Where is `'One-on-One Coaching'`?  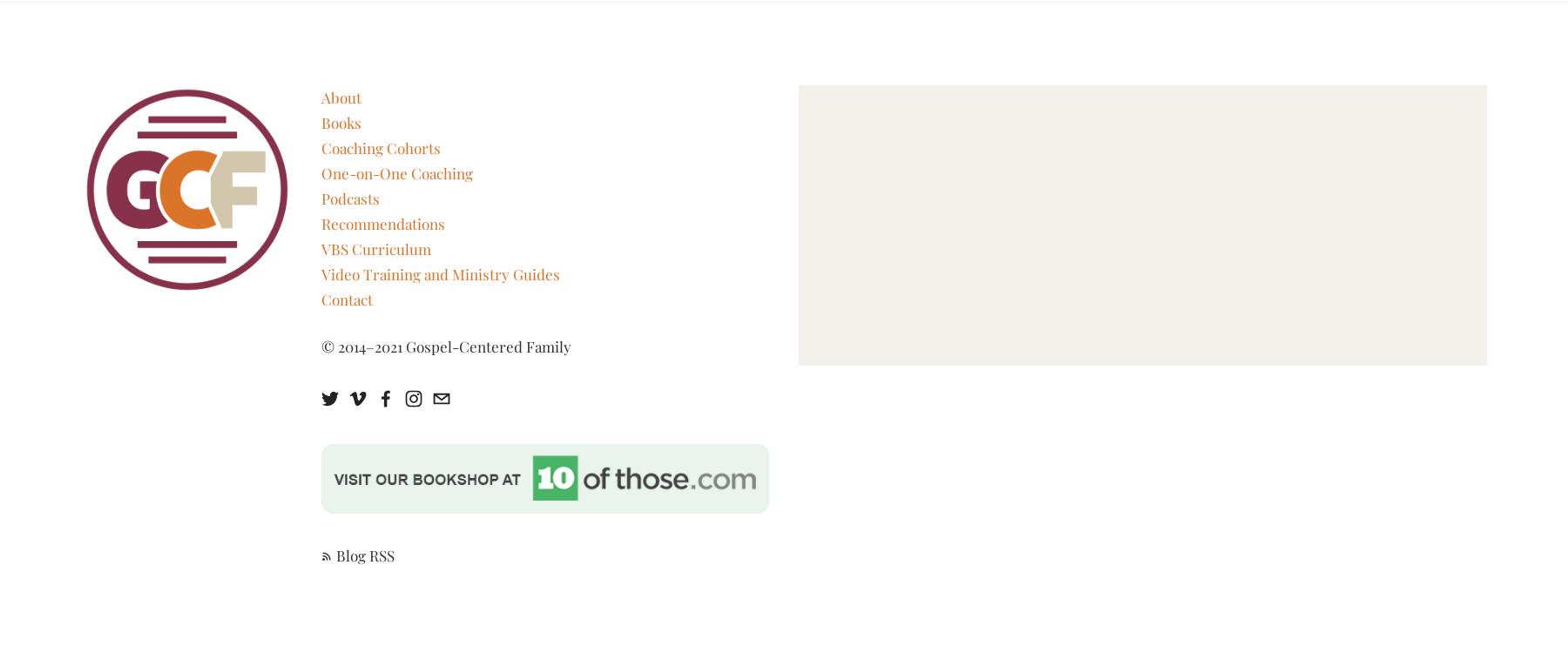 'One-on-One Coaching' is located at coordinates (395, 172).